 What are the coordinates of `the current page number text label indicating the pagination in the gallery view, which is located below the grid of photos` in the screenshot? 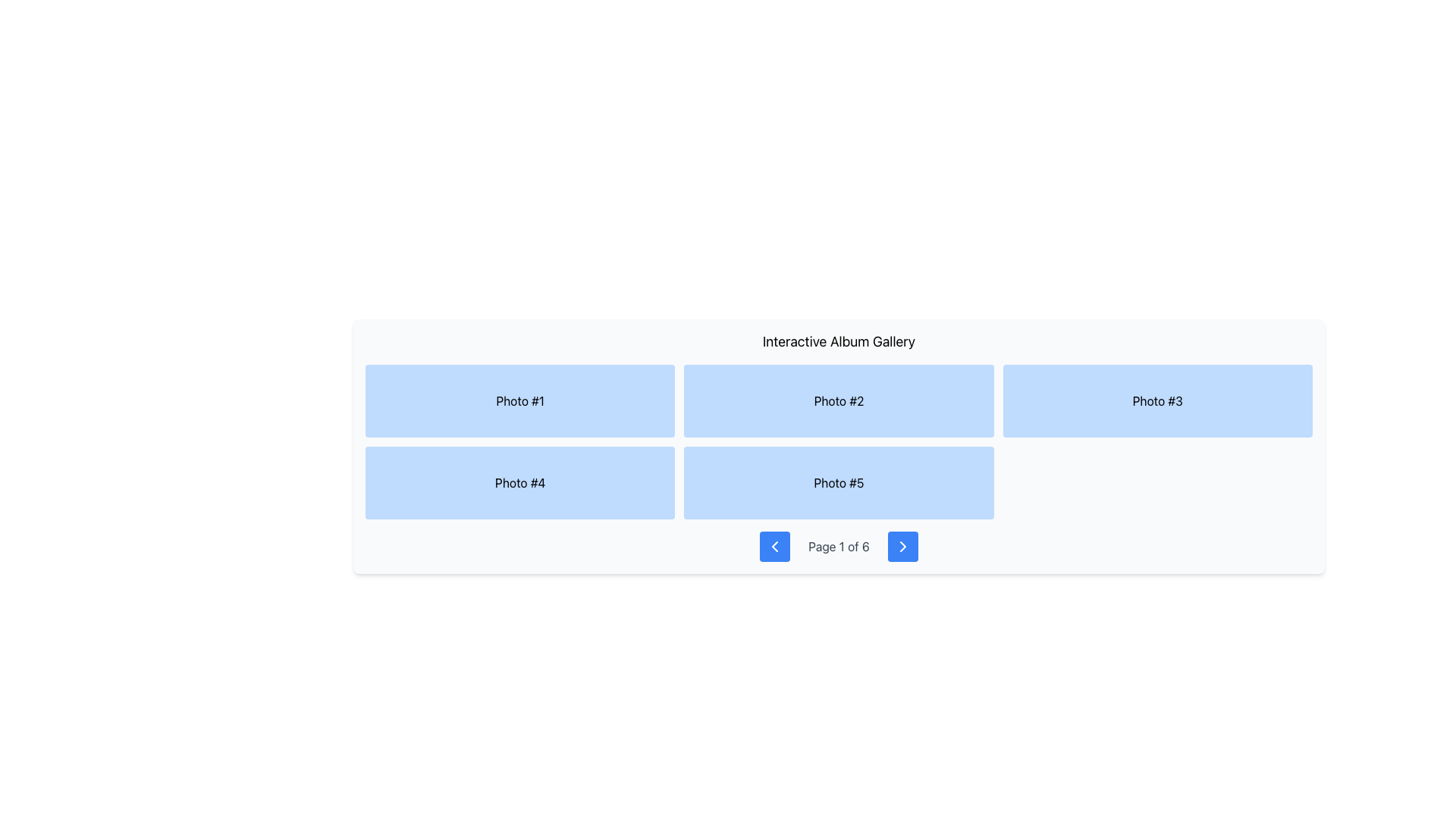 It's located at (838, 547).